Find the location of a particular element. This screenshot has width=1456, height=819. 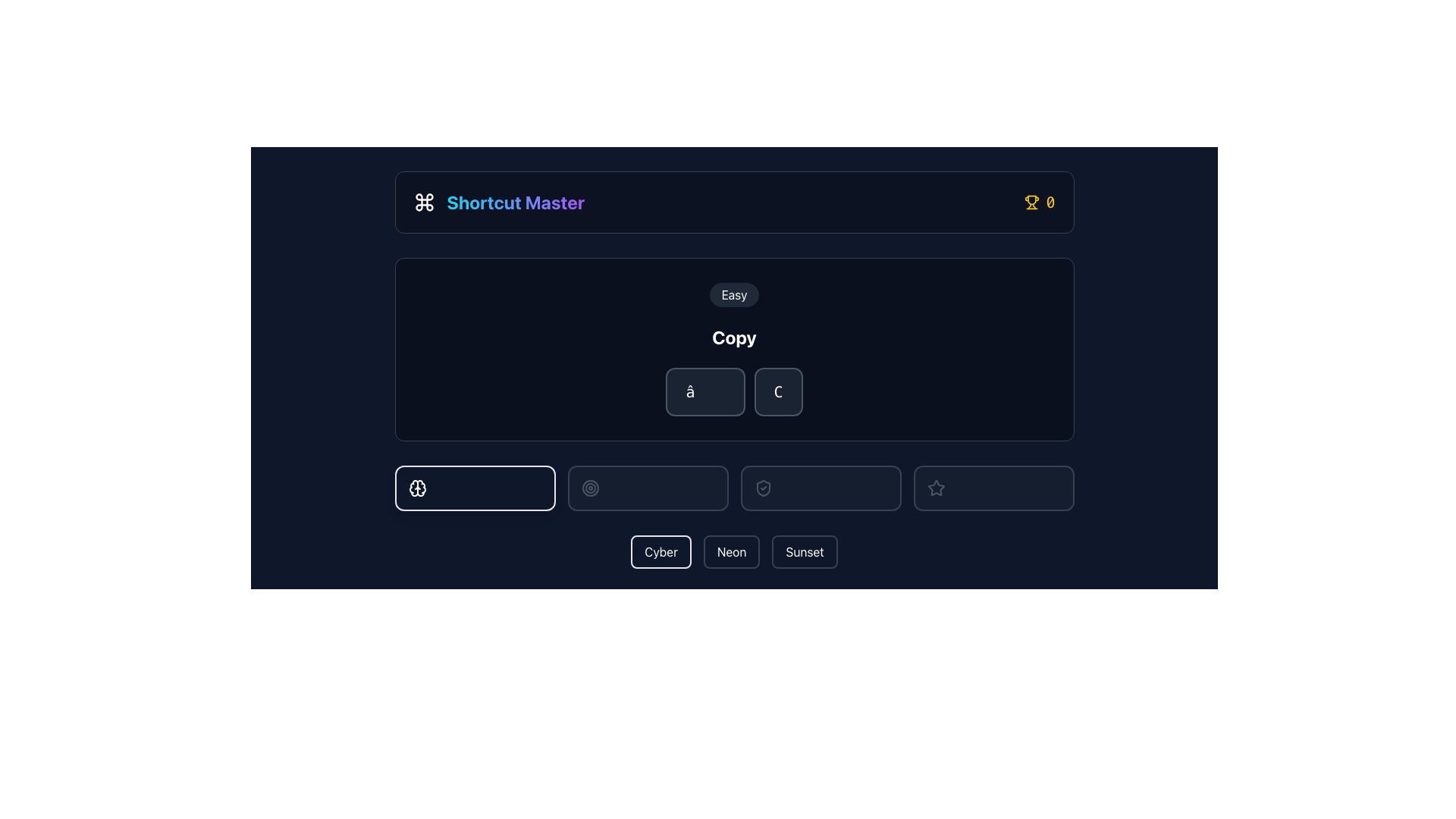

the text label displaying a numeric value representing a score or count, which is positioned to the right of the trophy icon at the top-right corner of the interface is located at coordinates (1050, 201).